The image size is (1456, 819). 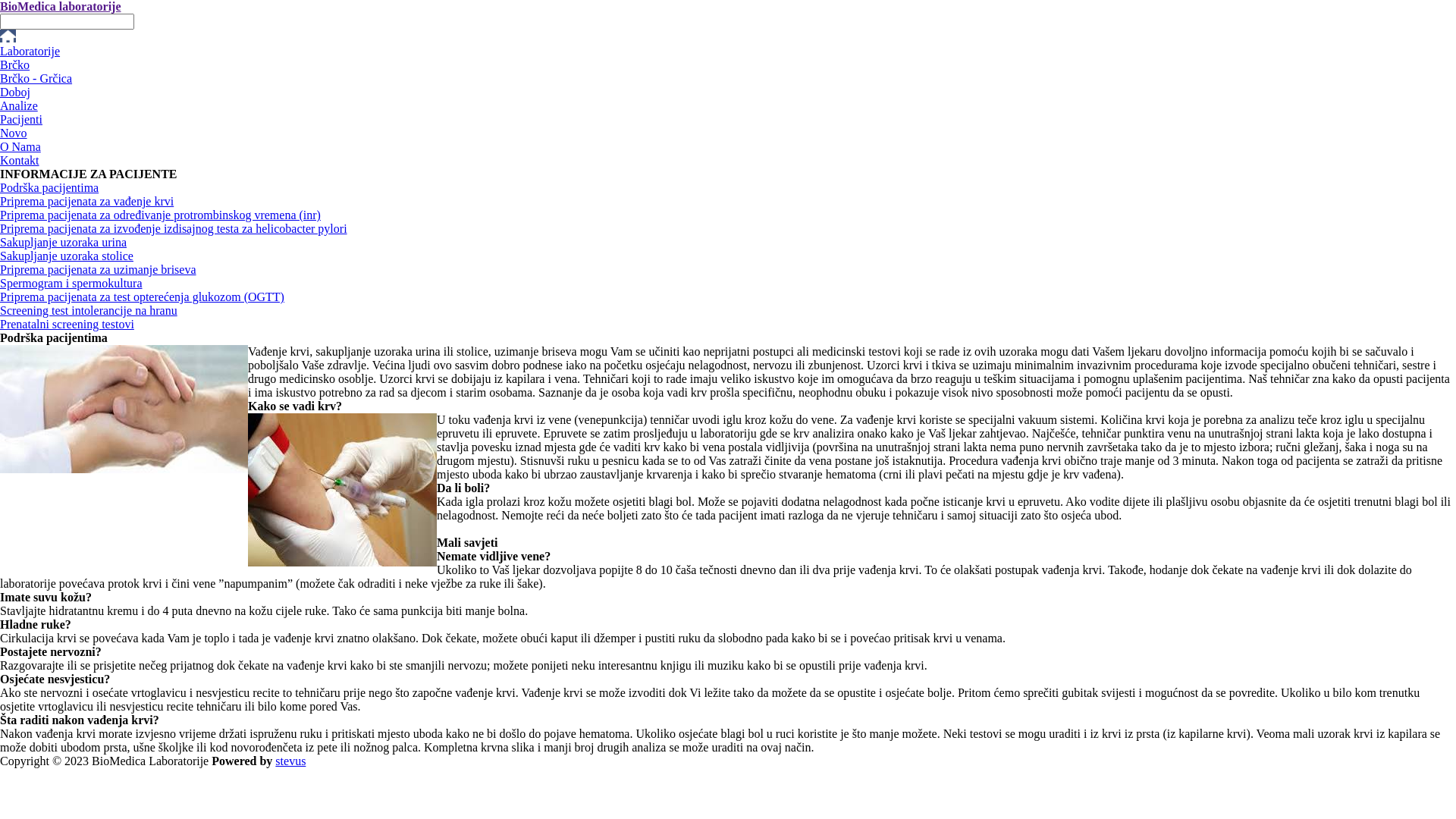 I want to click on 'Doboj', so click(x=0, y=92).